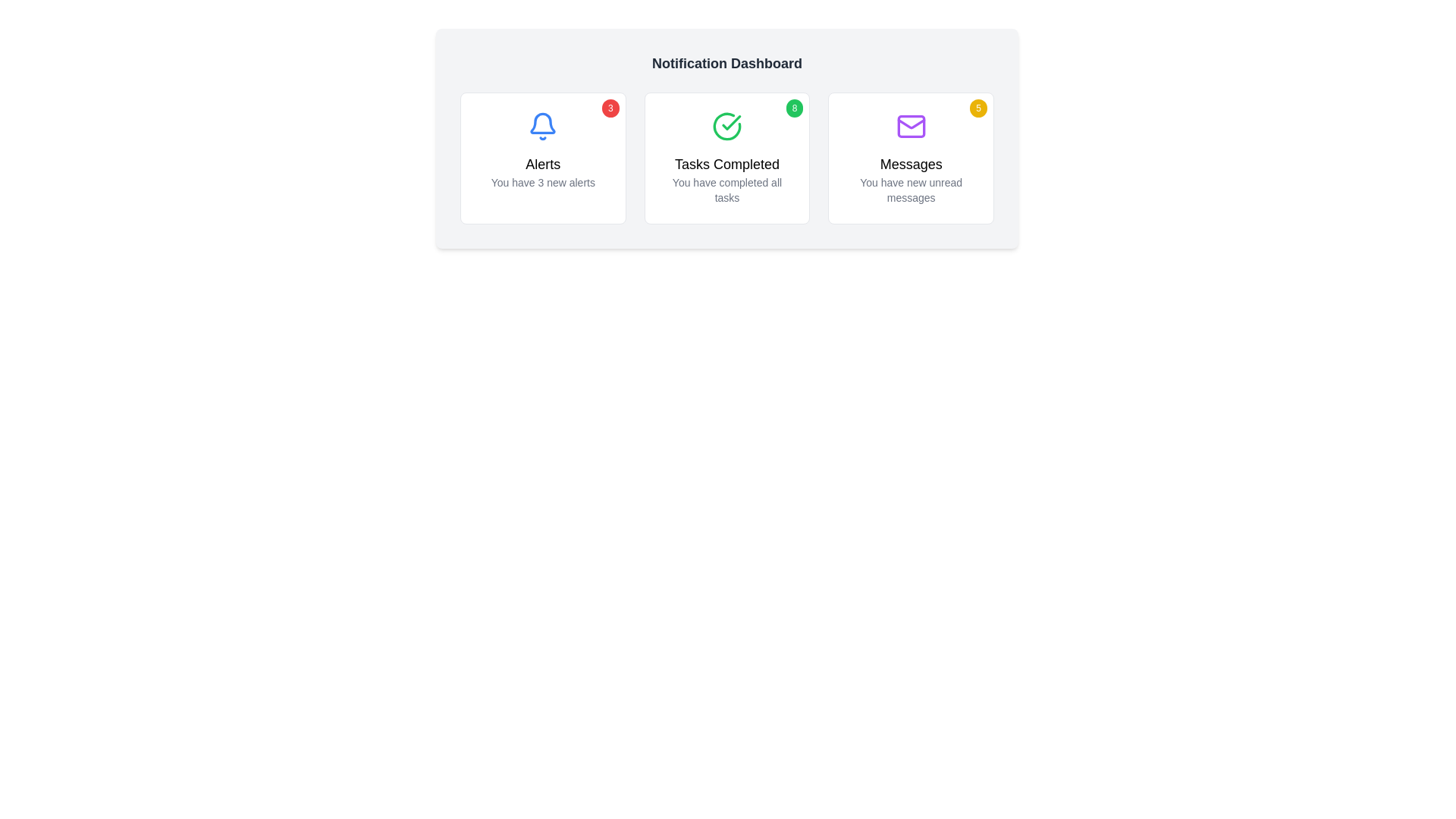 This screenshot has width=1456, height=819. I want to click on the bottom V-shaped line of the purple envelope icon in the 'Messages' section of the notification dashboard, so click(910, 123).